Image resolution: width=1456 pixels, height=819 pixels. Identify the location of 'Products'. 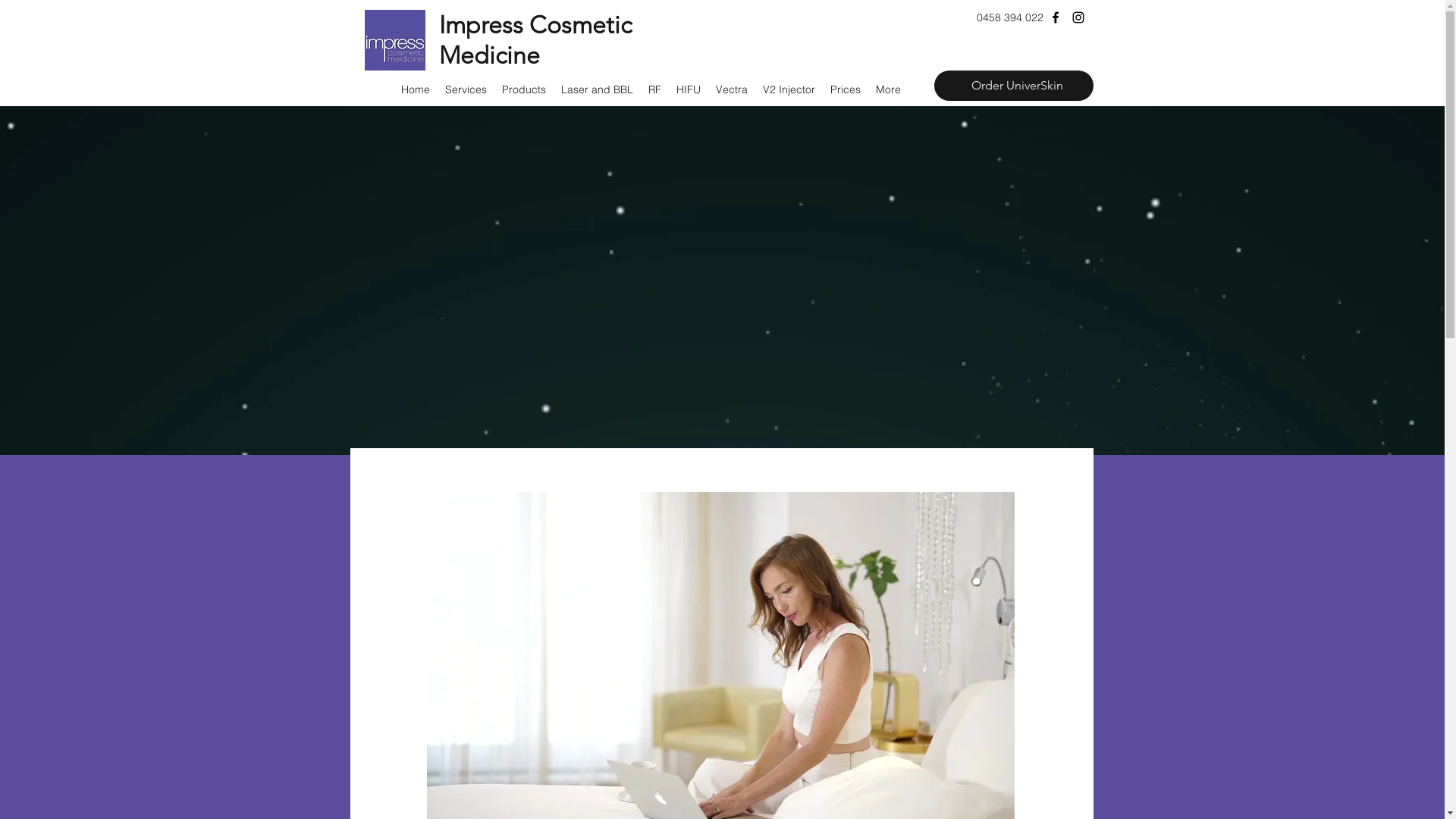
(494, 89).